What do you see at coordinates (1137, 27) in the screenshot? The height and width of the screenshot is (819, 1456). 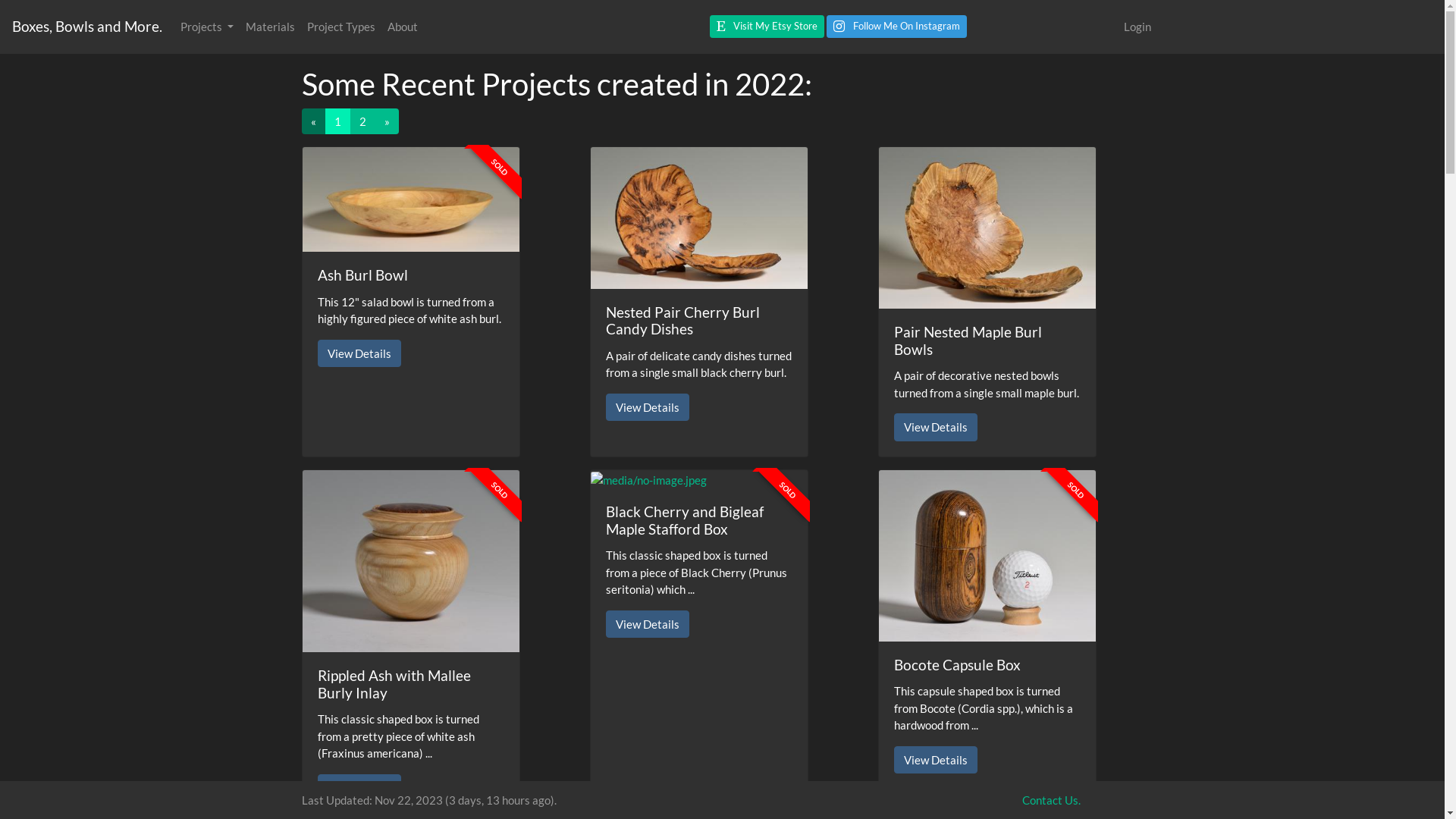 I see `'Login'` at bounding box center [1137, 27].